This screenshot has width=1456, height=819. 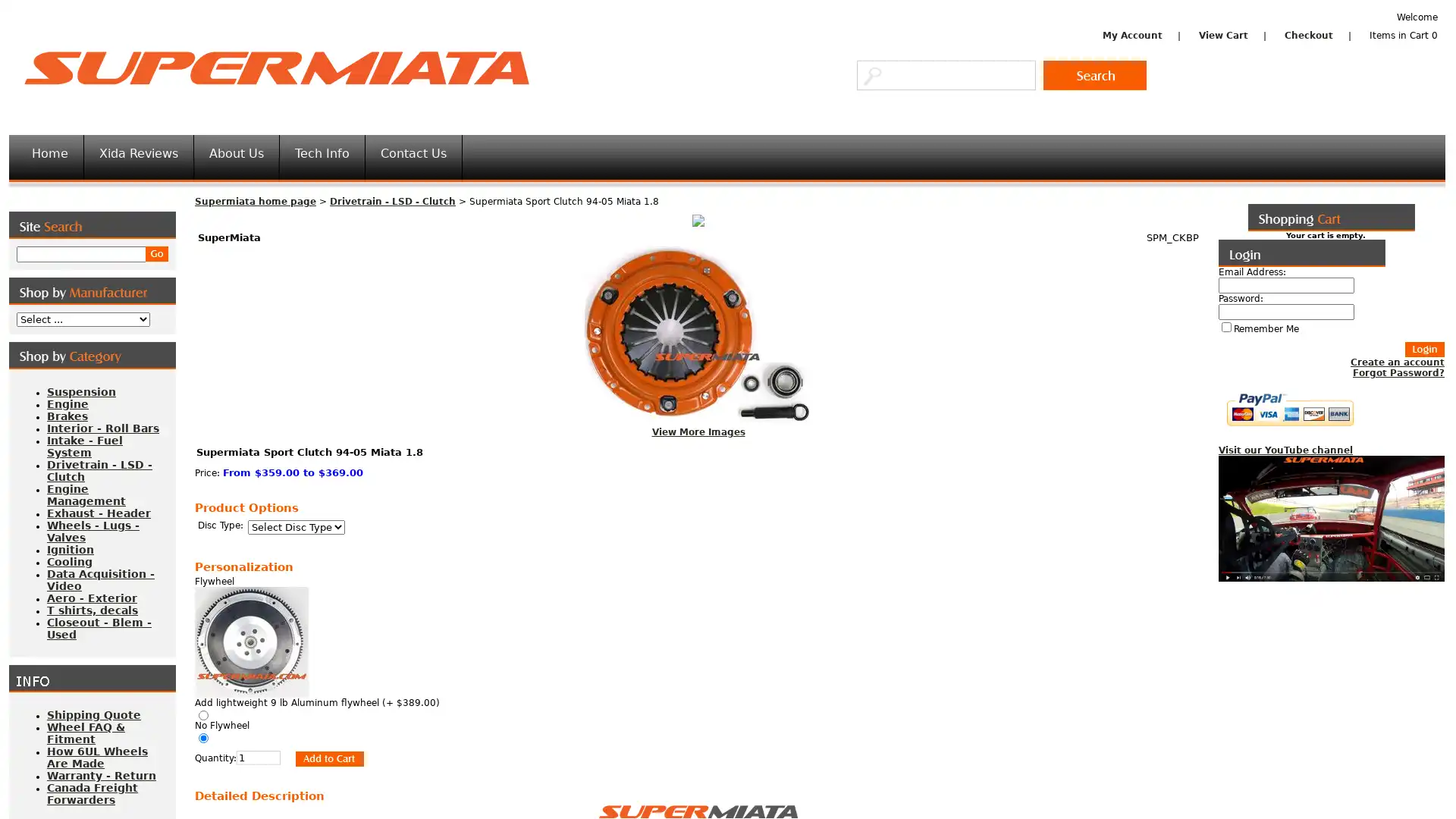 What do you see at coordinates (1423, 350) in the screenshot?
I see `Submit` at bounding box center [1423, 350].